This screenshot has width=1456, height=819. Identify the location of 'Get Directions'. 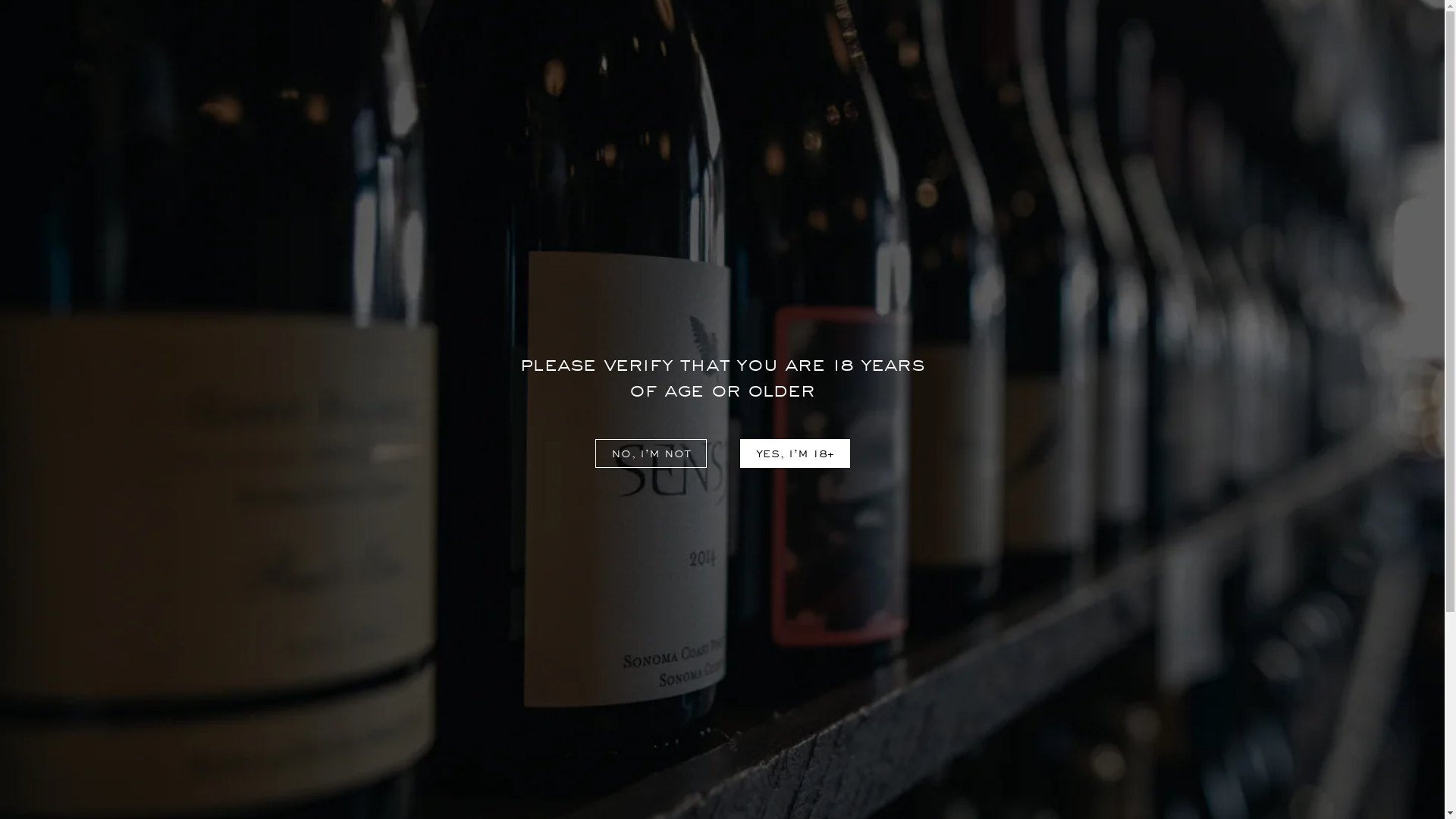
(780, 747).